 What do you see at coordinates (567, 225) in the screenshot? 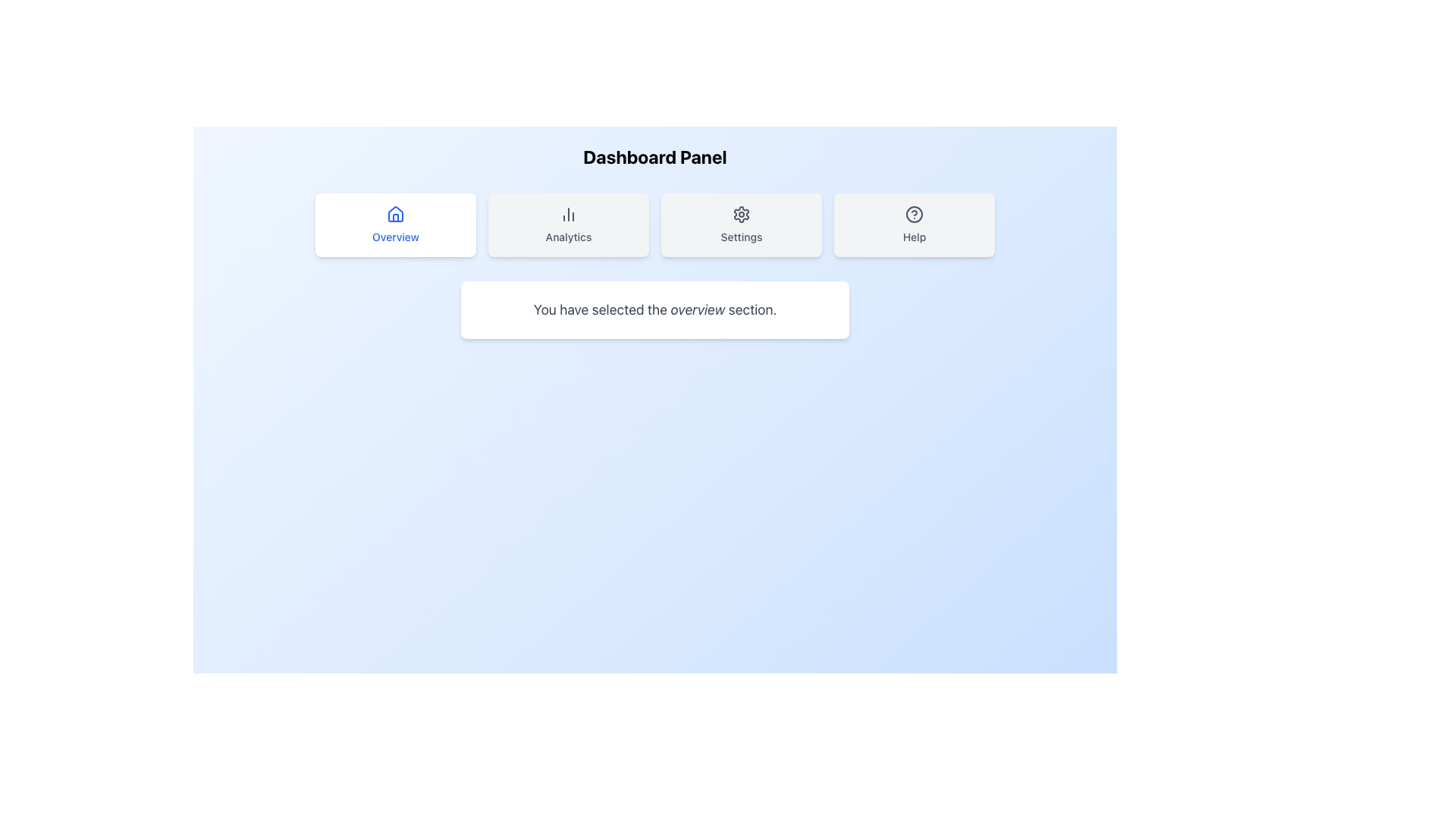
I see `the 'Analytics' button, which is a rectangular button with a light gray background and an icon resembling a bar chart above the text 'Analytics'. It is located below the 'Dashboard Panel' header, between the 'Overview' and 'Settings' buttons` at bounding box center [567, 225].